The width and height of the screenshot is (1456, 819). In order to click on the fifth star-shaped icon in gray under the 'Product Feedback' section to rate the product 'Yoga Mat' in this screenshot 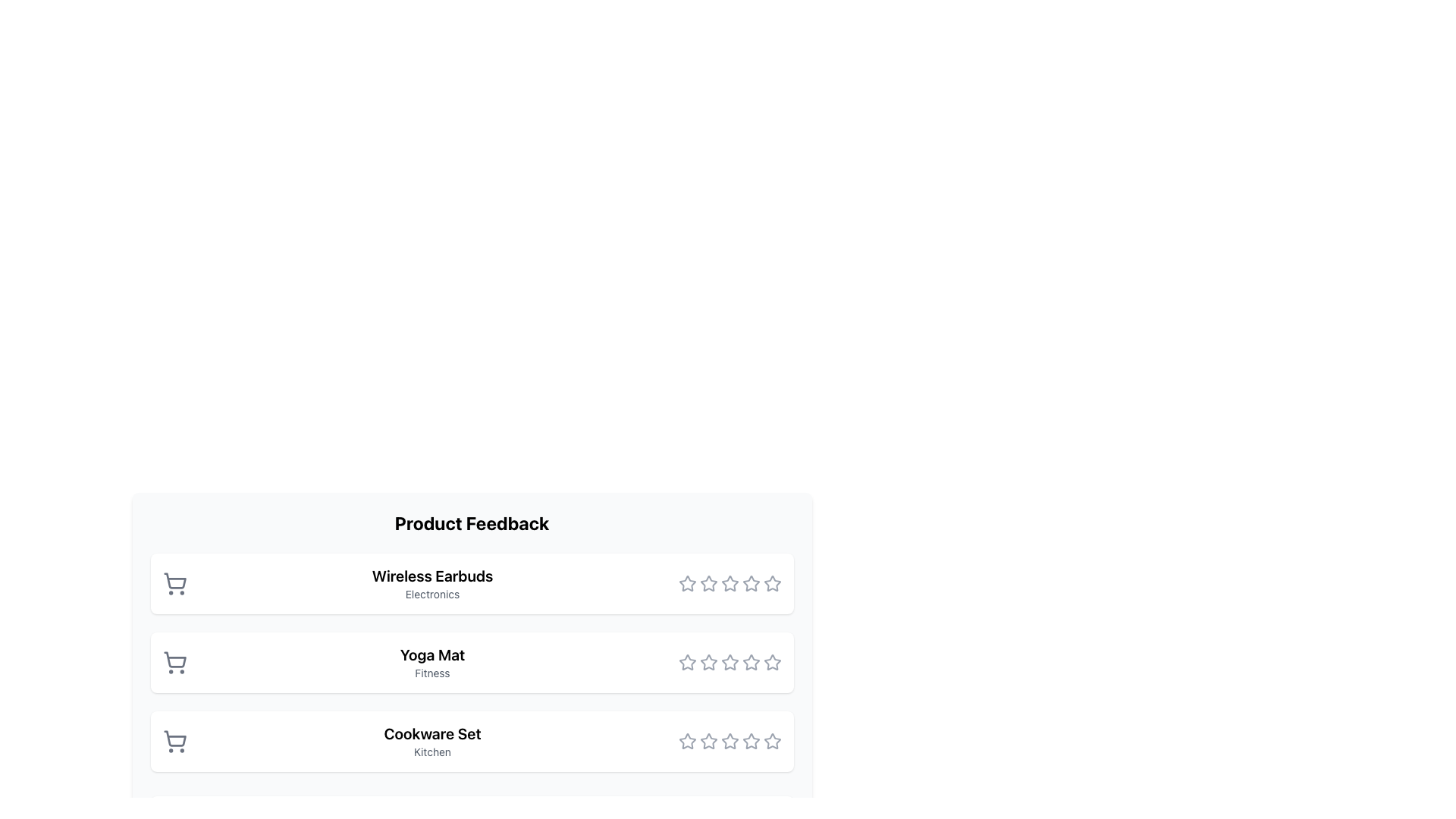, I will do `click(772, 662)`.